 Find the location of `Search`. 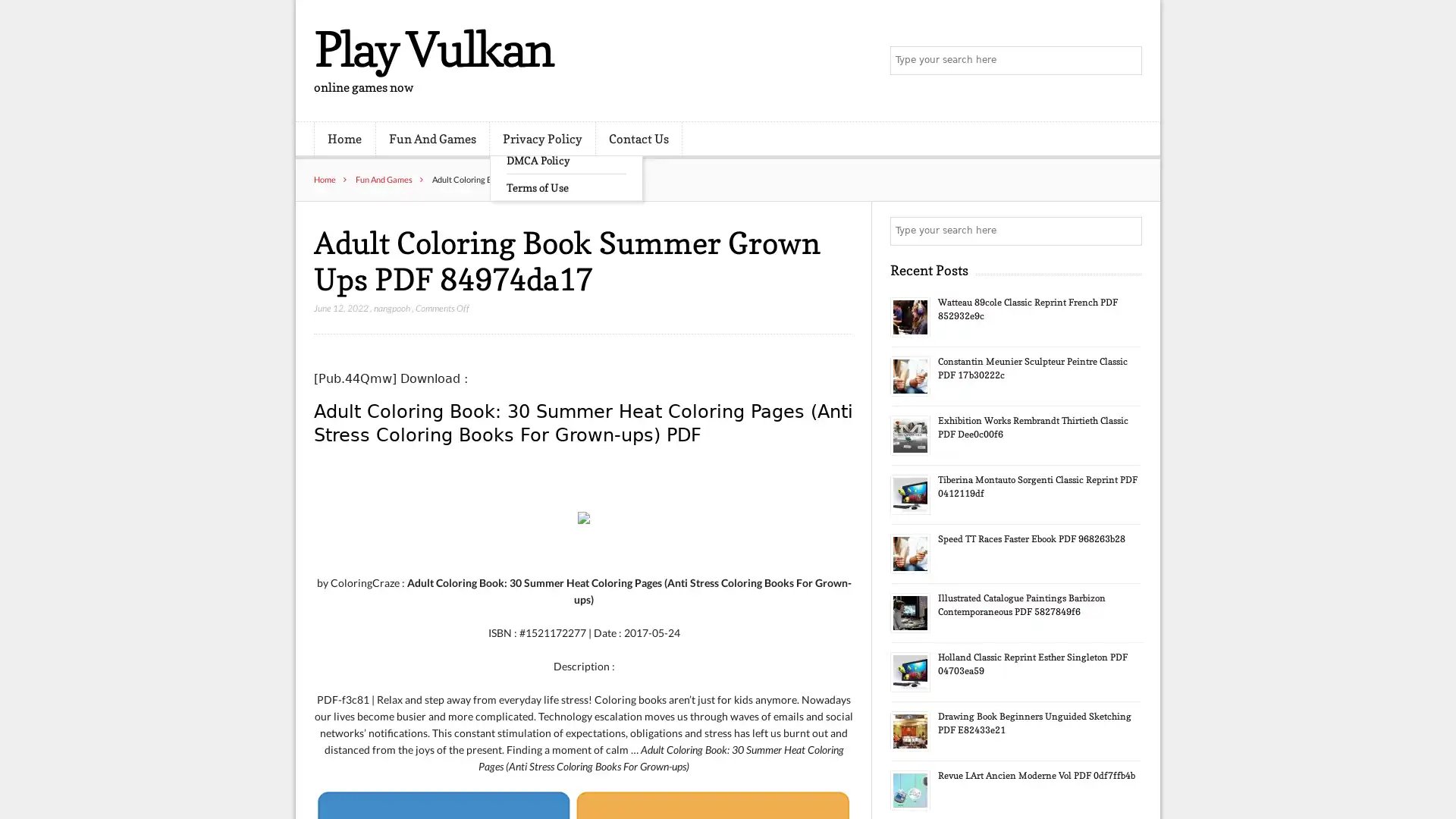

Search is located at coordinates (1126, 231).